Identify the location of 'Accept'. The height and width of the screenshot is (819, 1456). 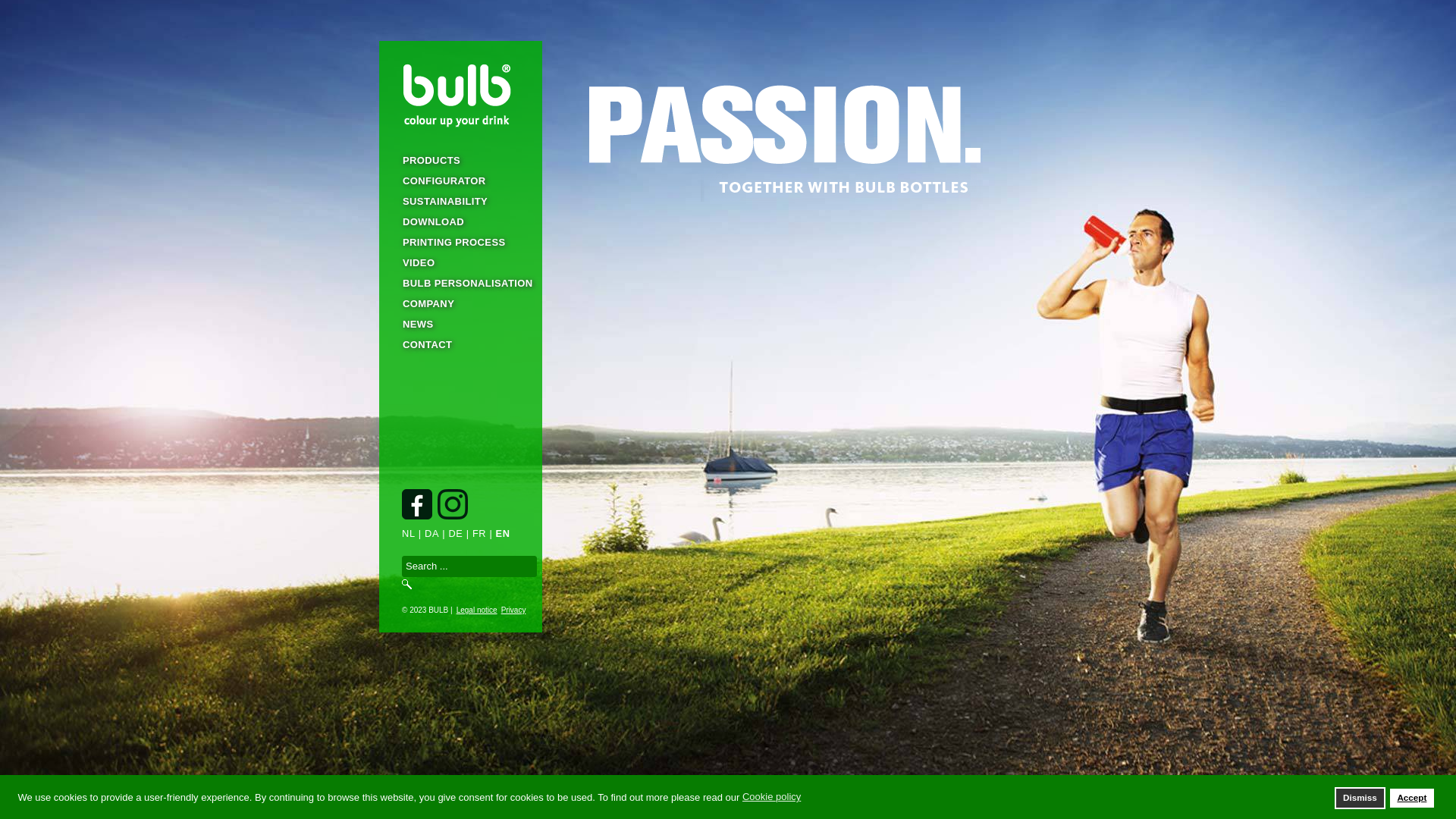
(1390, 797).